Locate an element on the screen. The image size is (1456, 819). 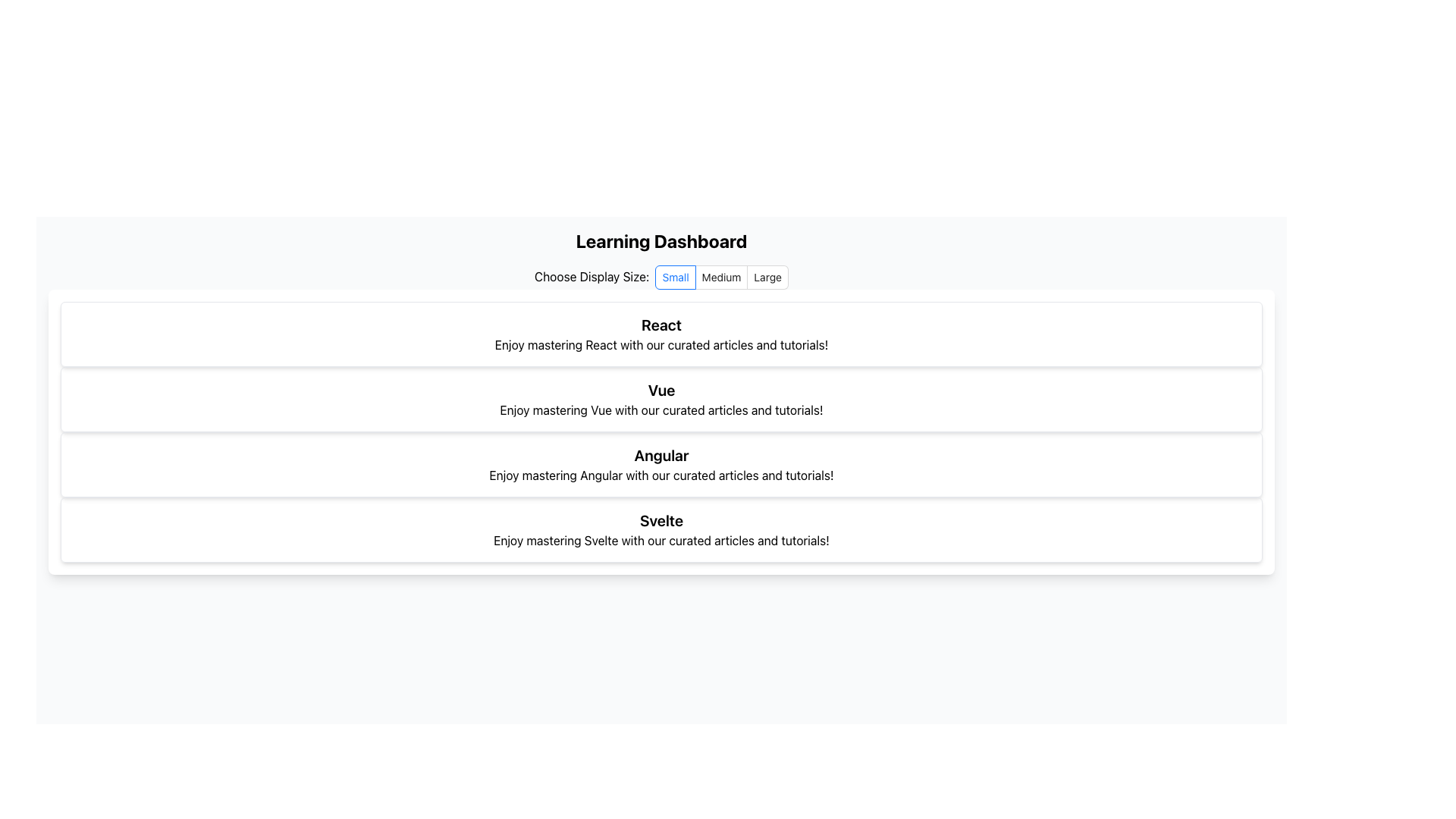
the styled informational block containing the heading 'Angular' and the text 'Enjoy mastering Angular with our curated articles and tutorials!'. This block is the third item in a vertically arranged grid is located at coordinates (661, 464).